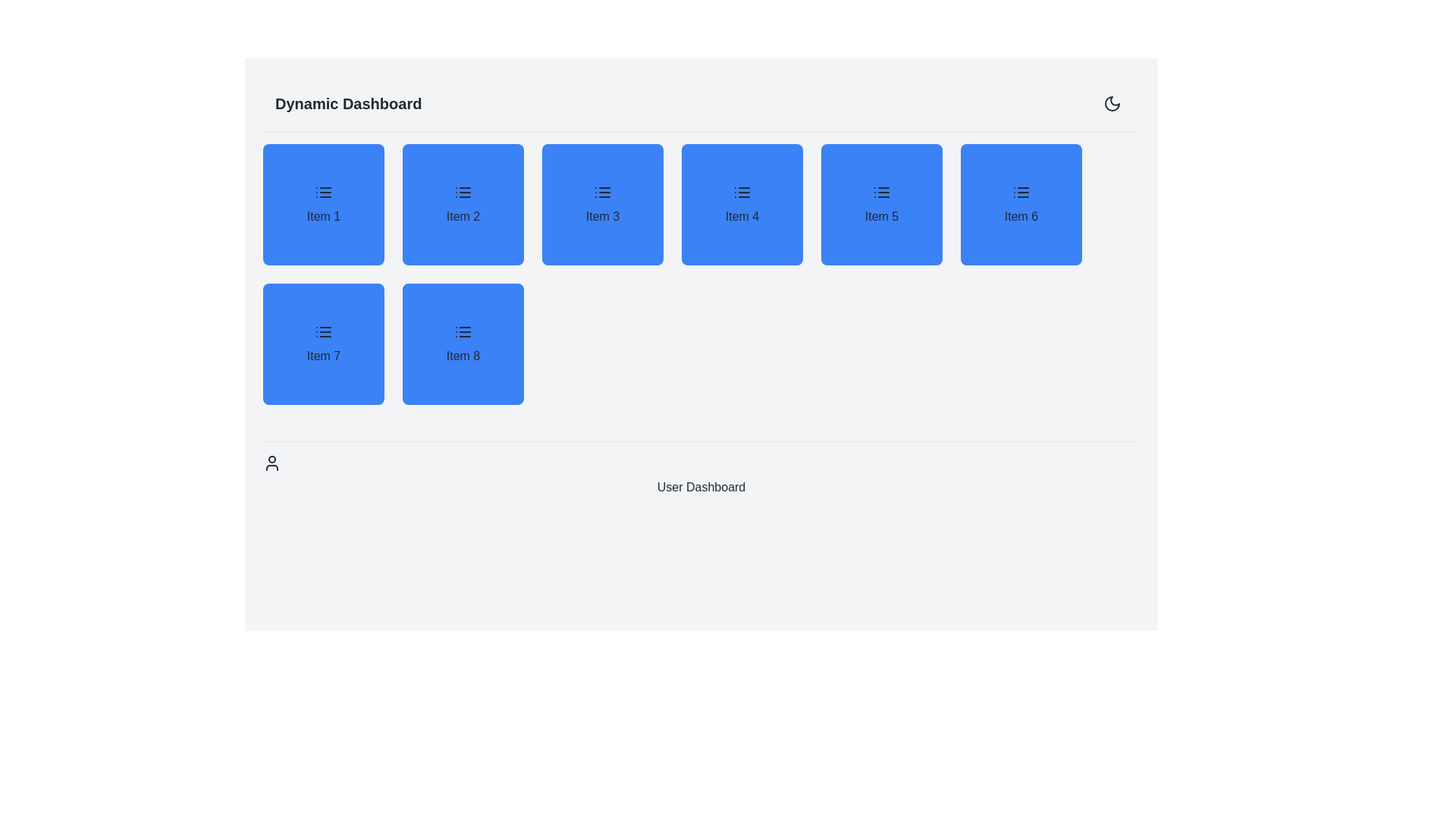  Describe the element at coordinates (462, 192) in the screenshot. I see `the icon located within the second card labeled 'Item 2' in the first row of the grid of blue cards below the heading 'Dynamic Dashboard' for associated card interaction` at that location.